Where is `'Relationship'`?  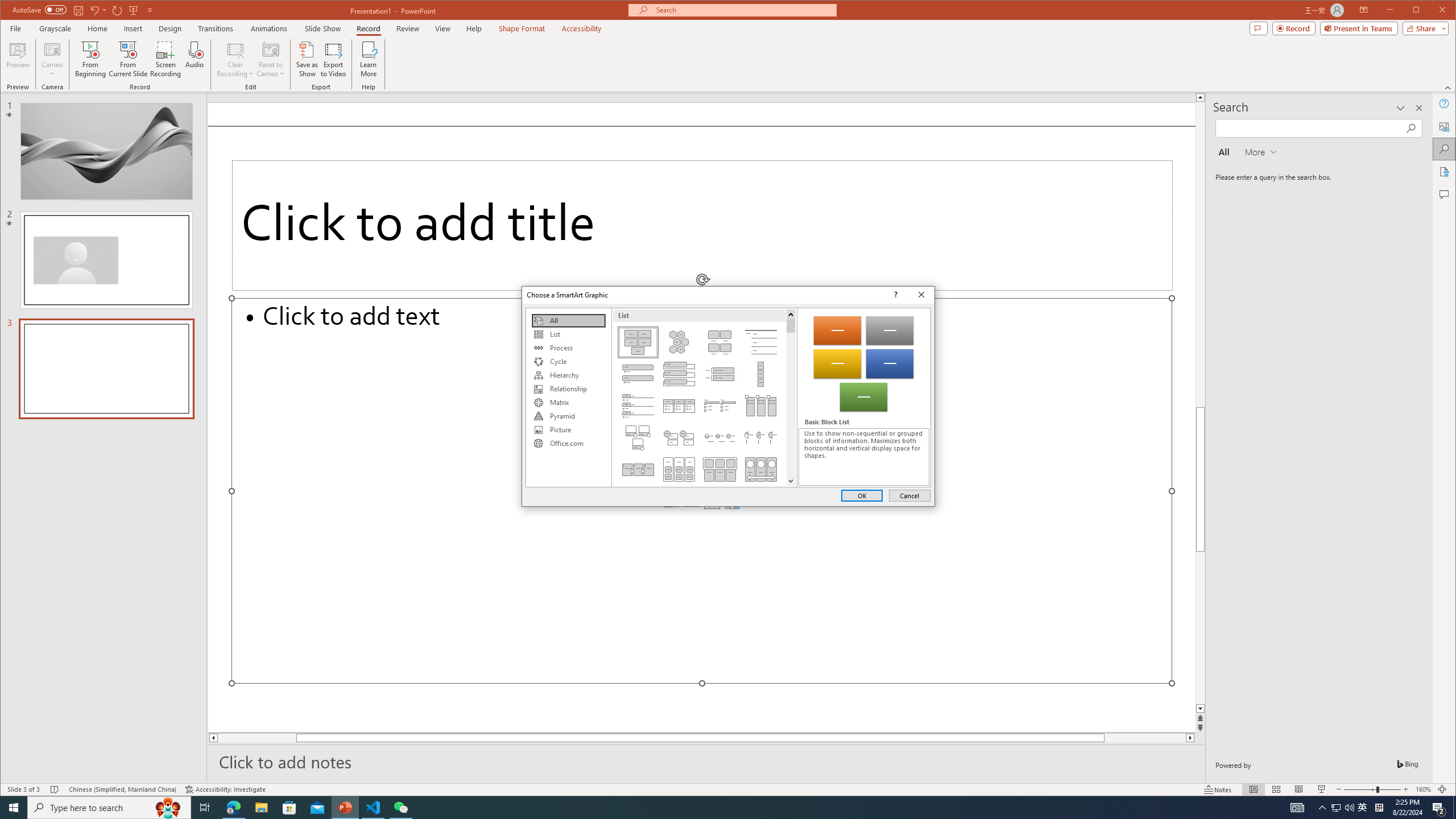
'Relationship' is located at coordinates (568, 388).